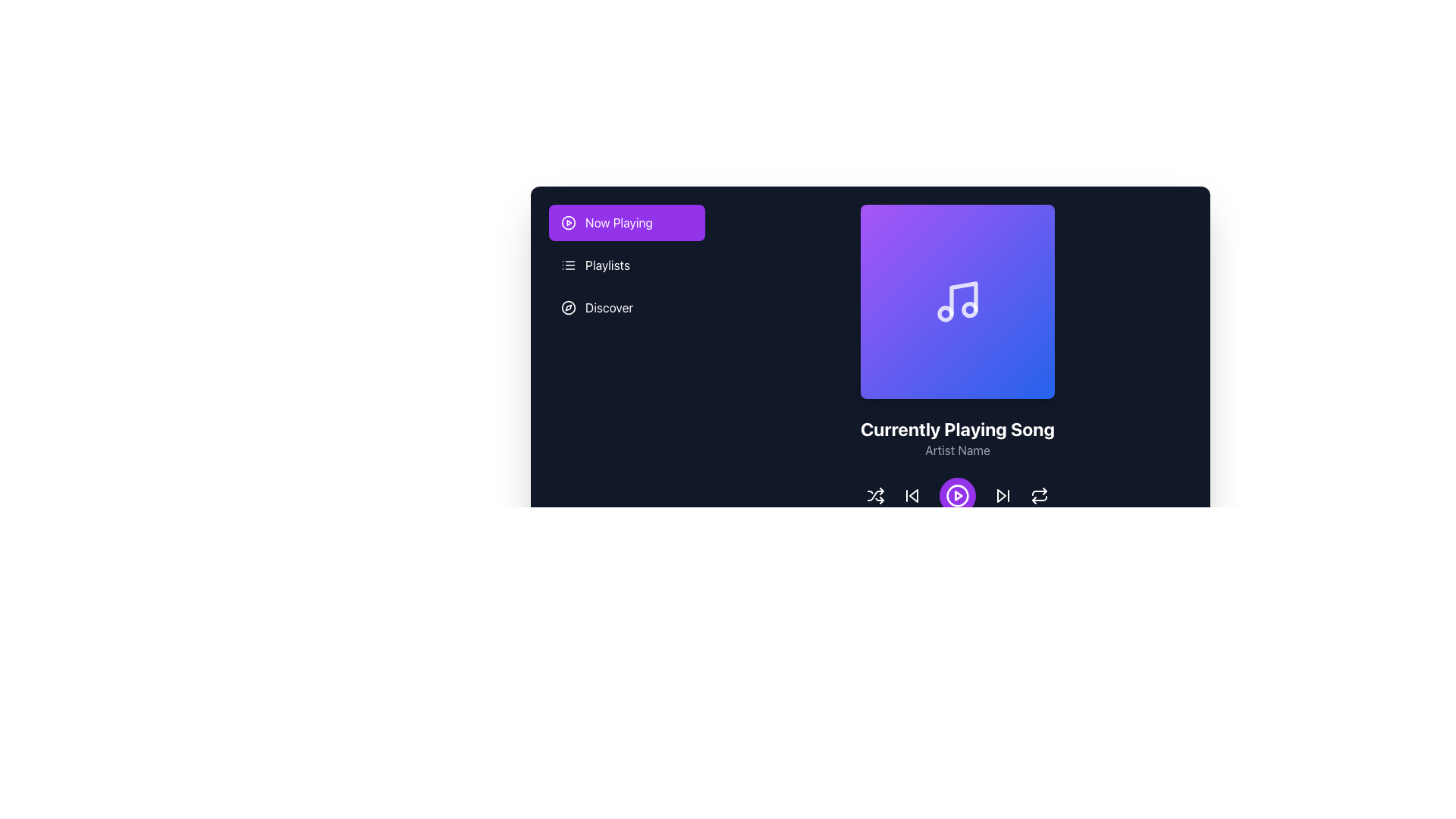  Describe the element at coordinates (956, 450) in the screenshot. I see `the text label displaying 'Artist Name' for information, which is located directly beneath the 'Currently Playing Song' text and is styled in a subdued gray color` at that location.